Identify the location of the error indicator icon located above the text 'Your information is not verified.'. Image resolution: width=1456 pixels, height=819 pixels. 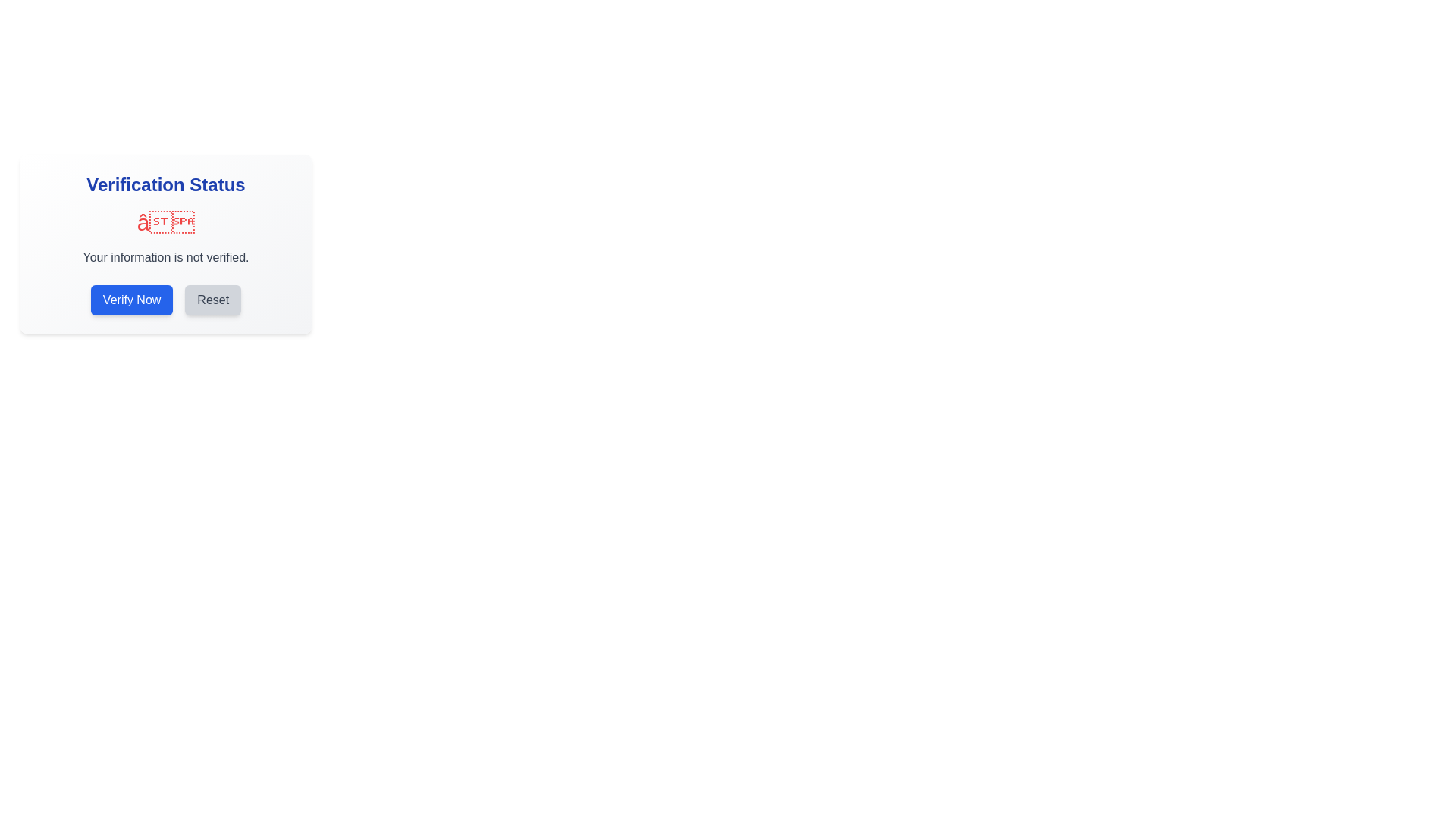
(166, 222).